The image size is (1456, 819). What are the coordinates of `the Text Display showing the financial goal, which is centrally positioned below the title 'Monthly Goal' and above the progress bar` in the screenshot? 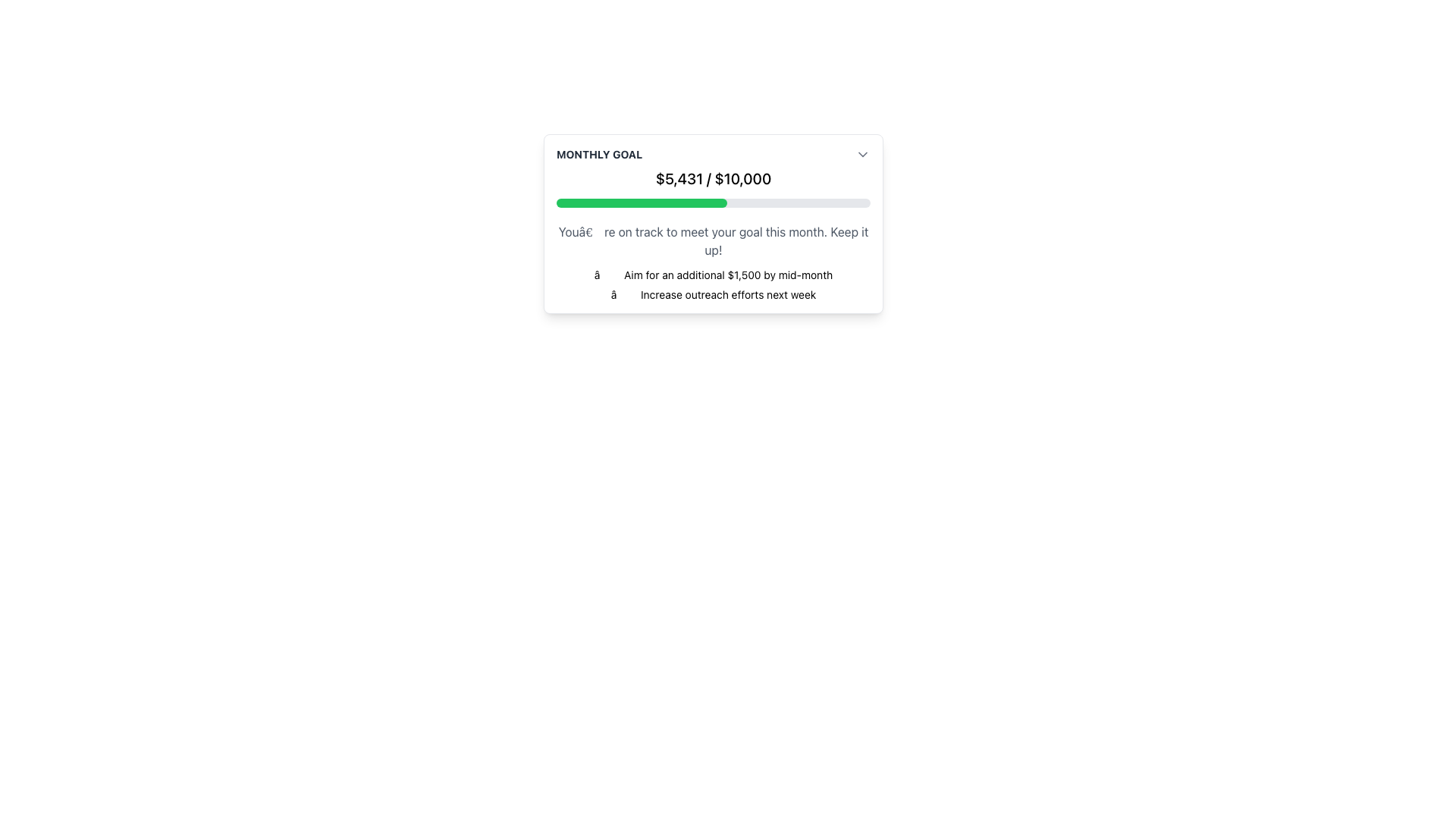 It's located at (712, 177).